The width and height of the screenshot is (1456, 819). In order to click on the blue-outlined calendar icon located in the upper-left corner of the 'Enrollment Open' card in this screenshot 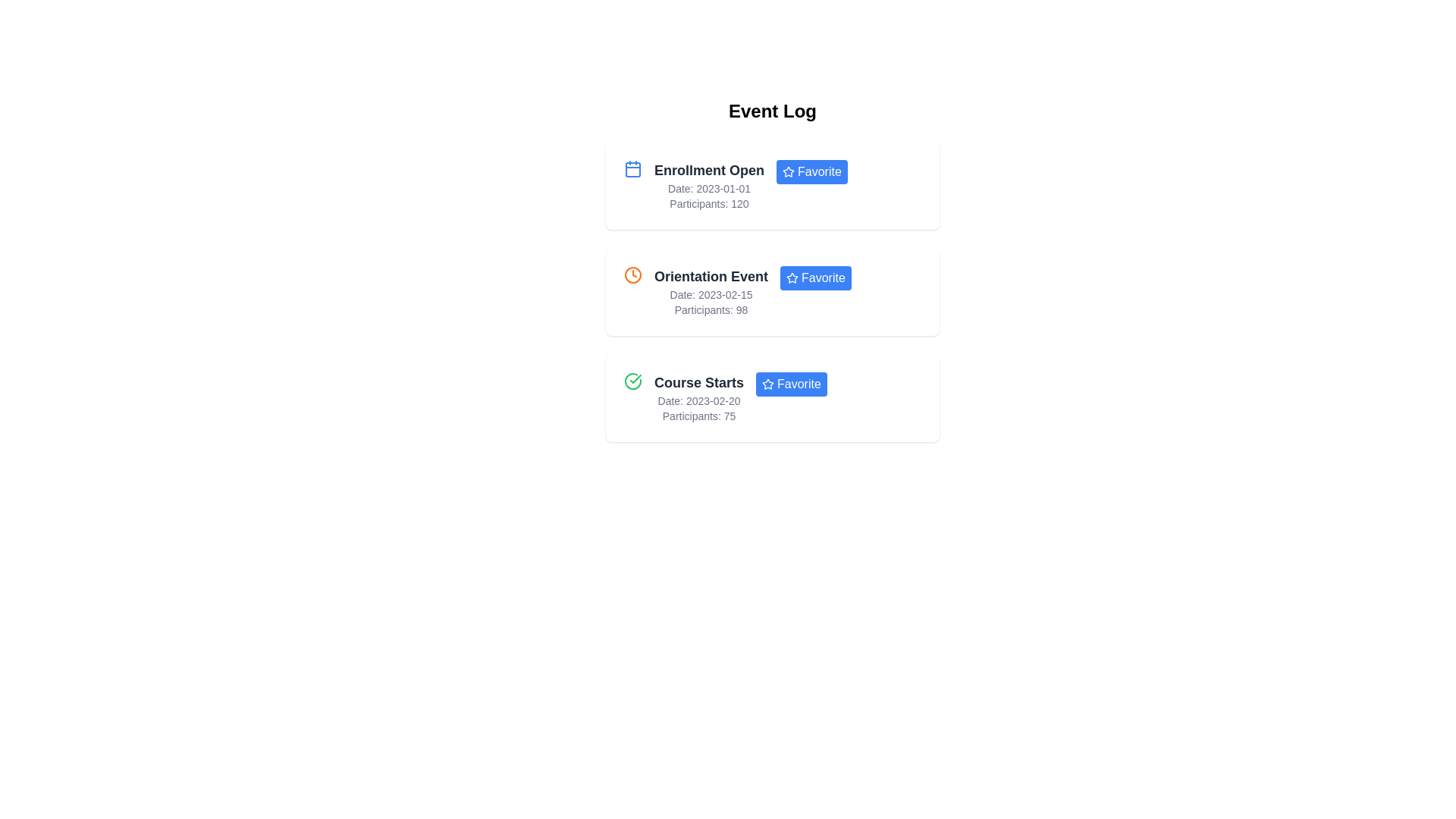, I will do `click(633, 169)`.